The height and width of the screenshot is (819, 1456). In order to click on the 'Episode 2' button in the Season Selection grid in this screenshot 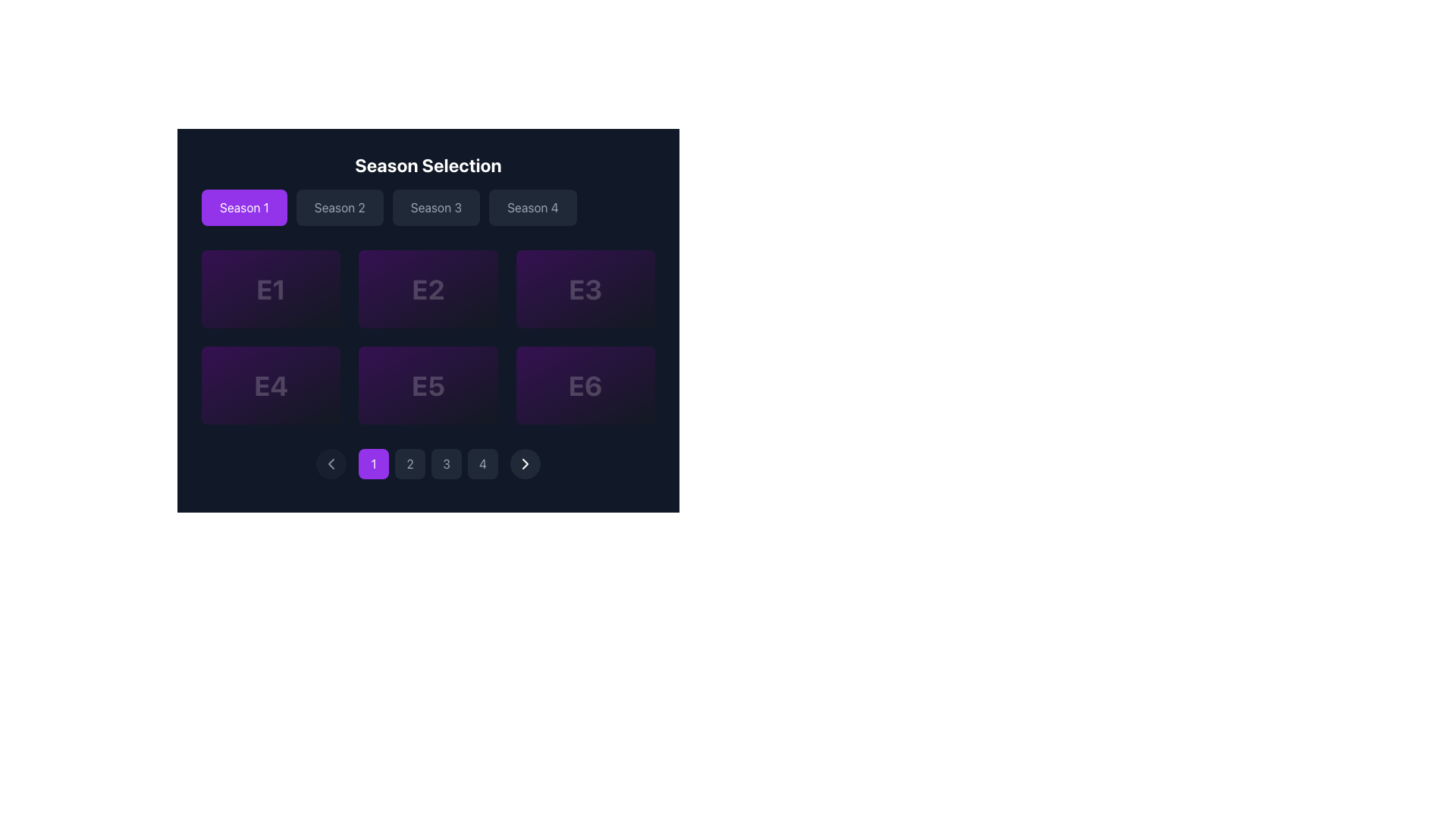, I will do `click(428, 311)`.